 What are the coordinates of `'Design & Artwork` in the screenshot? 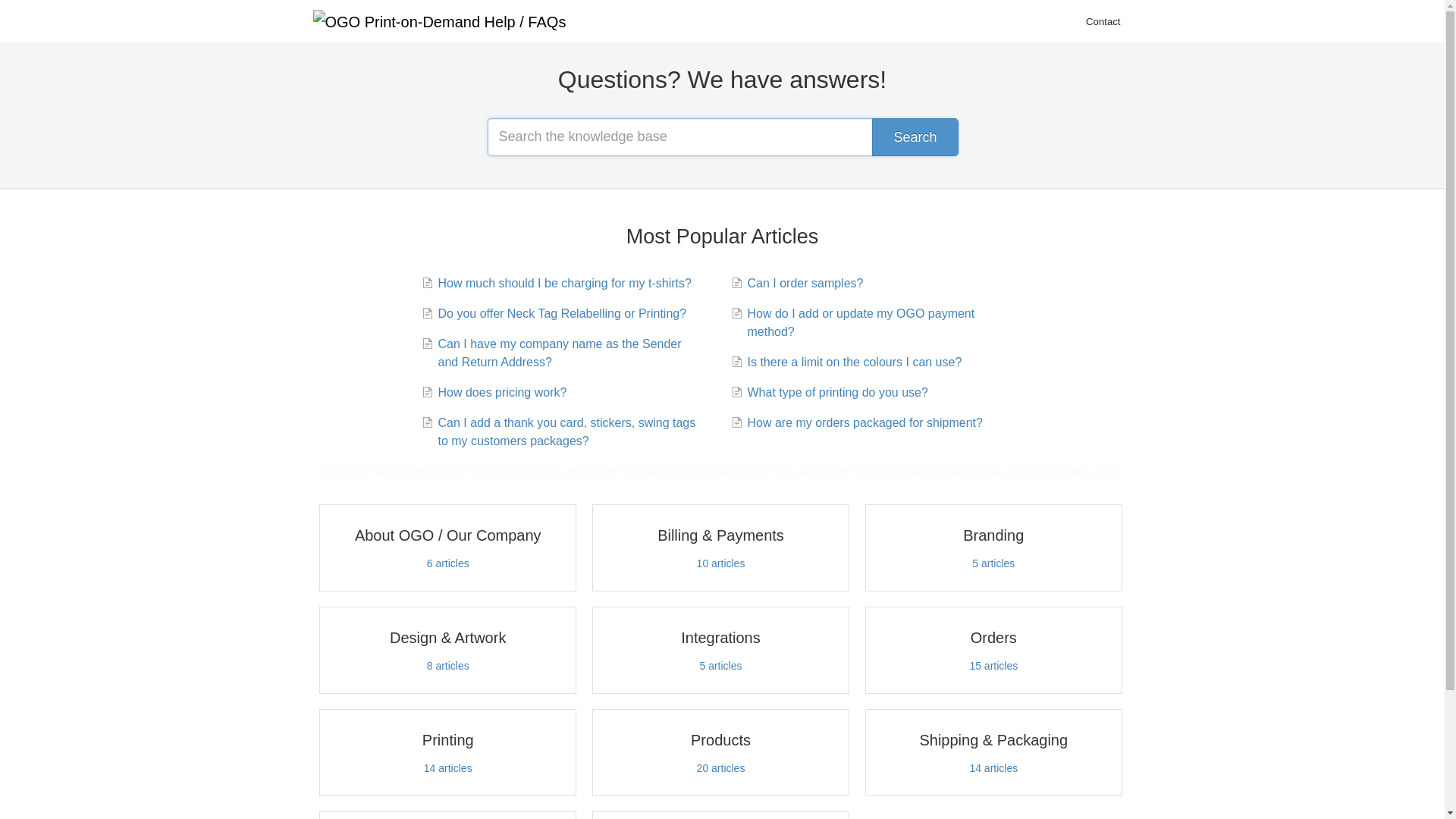 It's located at (447, 649).